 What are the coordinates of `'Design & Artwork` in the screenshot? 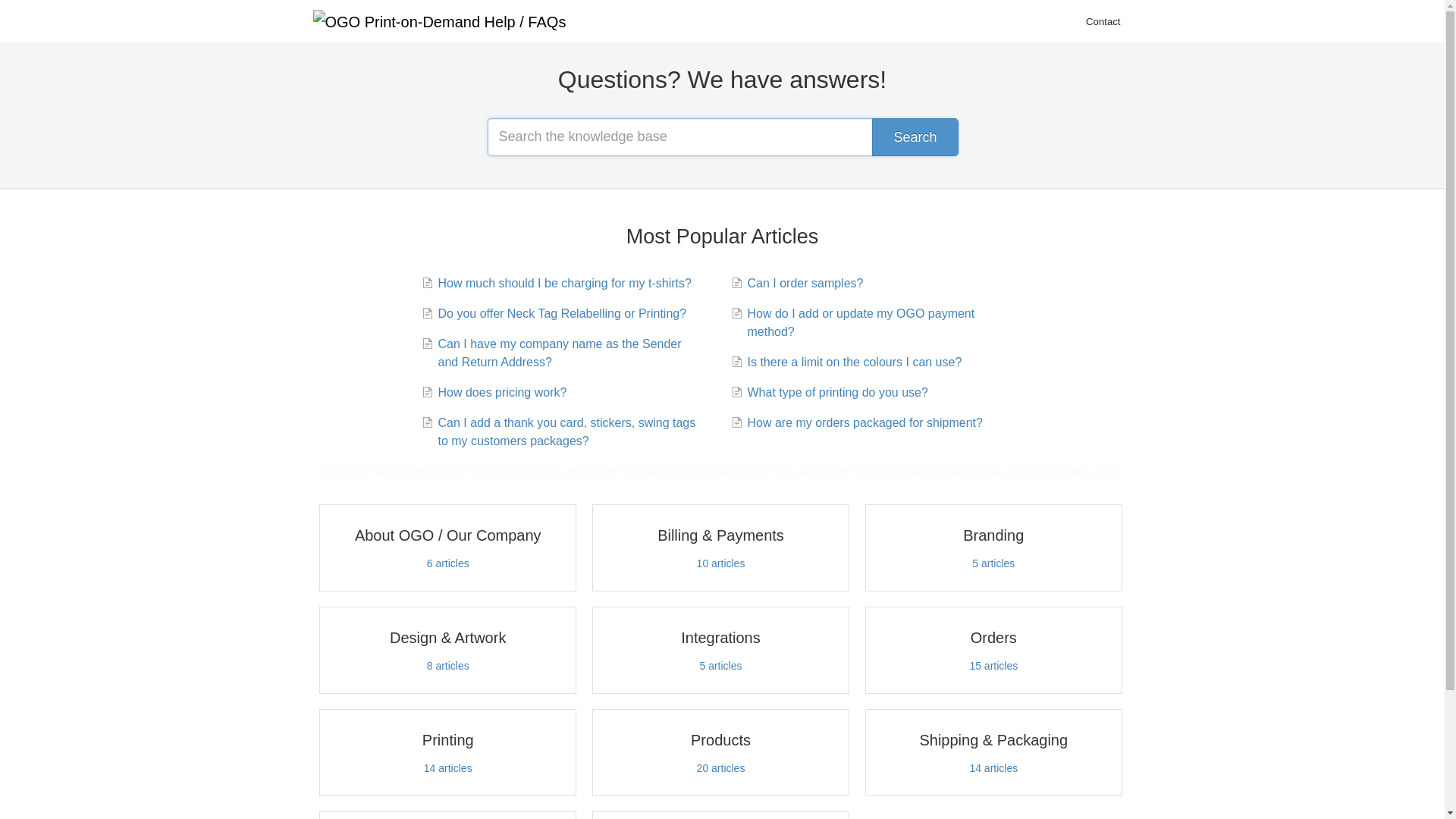 It's located at (447, 649).